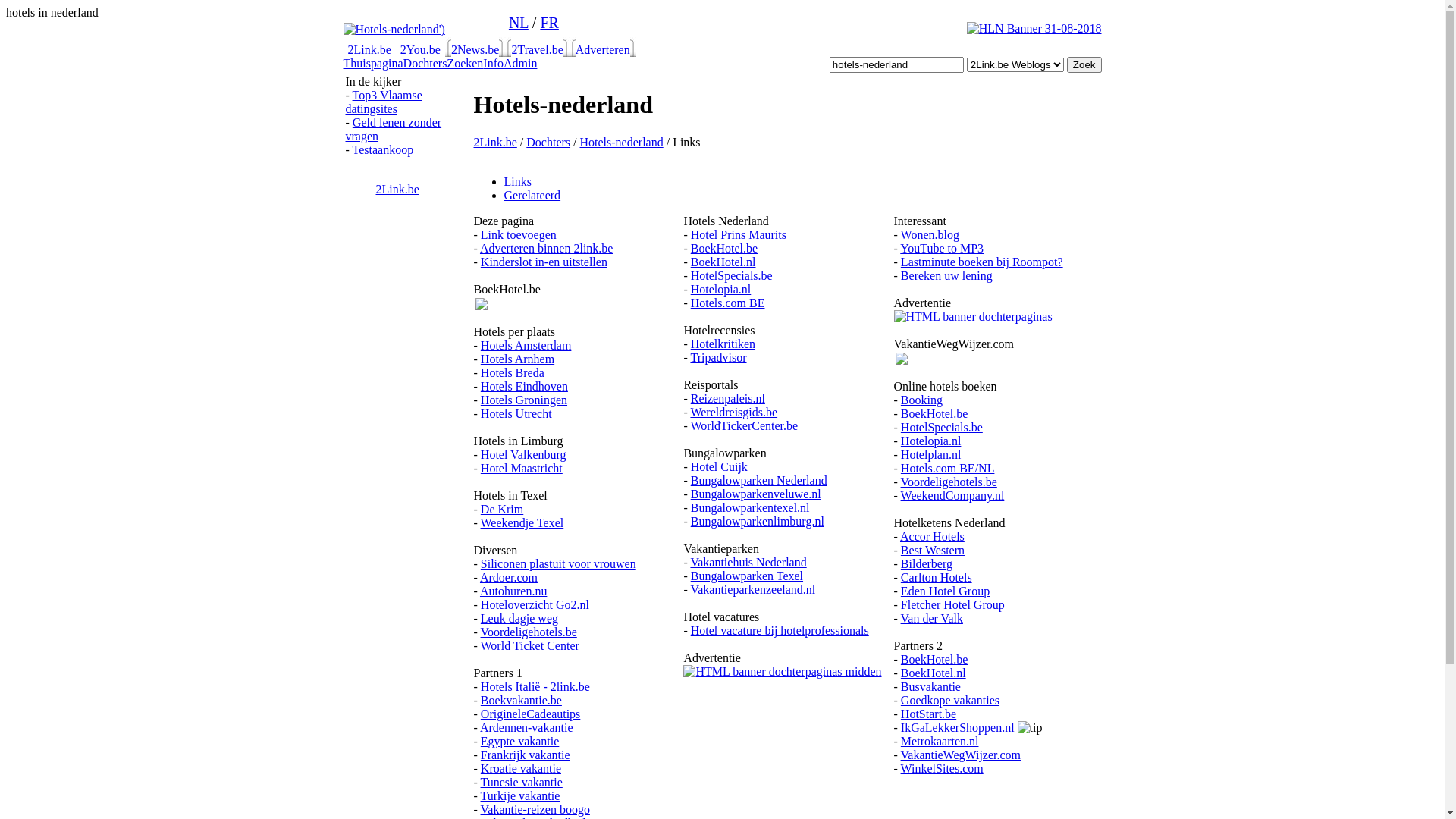 The image size is (1456, 819). I want to click on 'Leuk dagje weg', so click(519, 618).